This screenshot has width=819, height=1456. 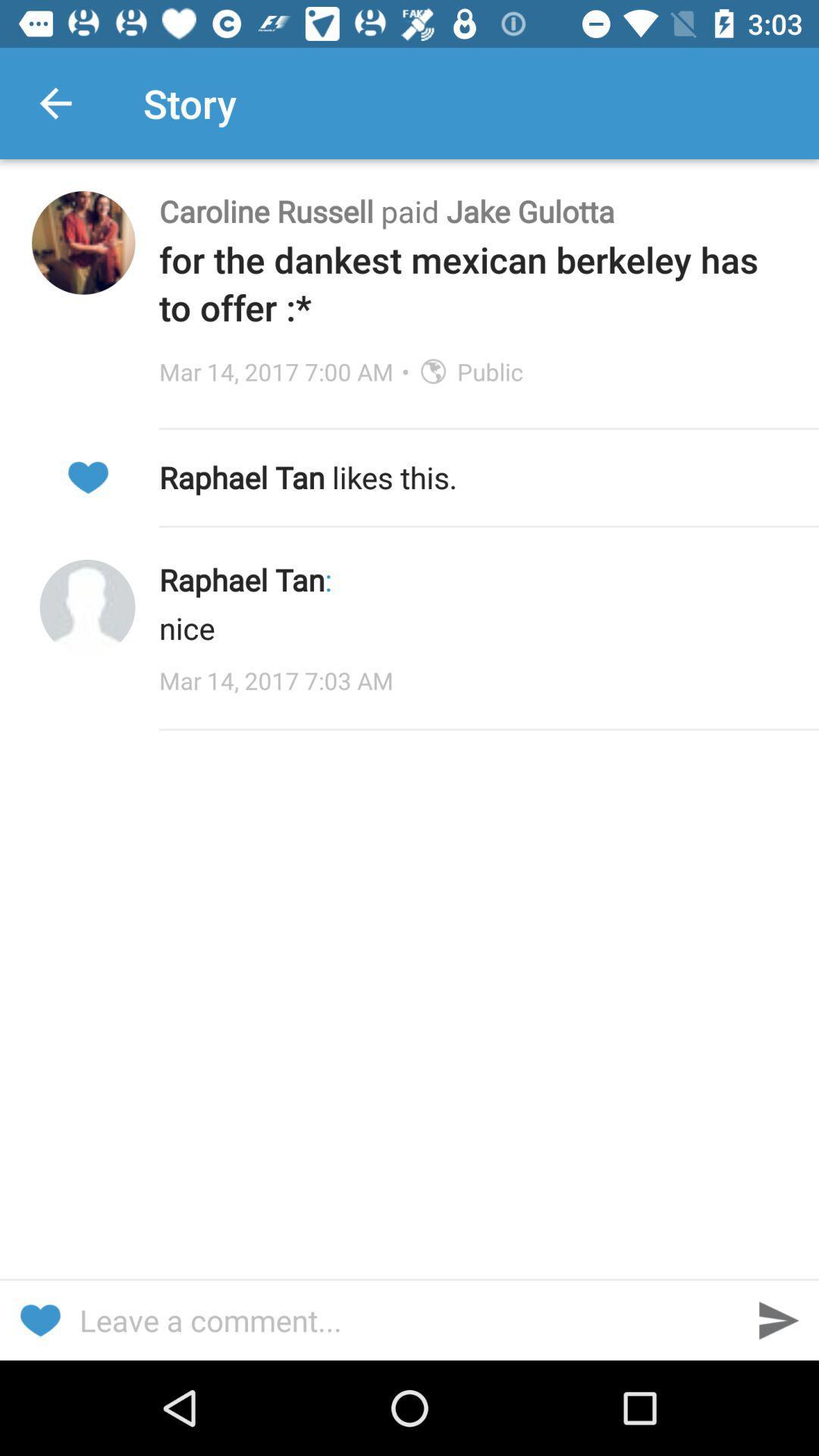 I want to click on the item below story, so click(x=472, y=210).